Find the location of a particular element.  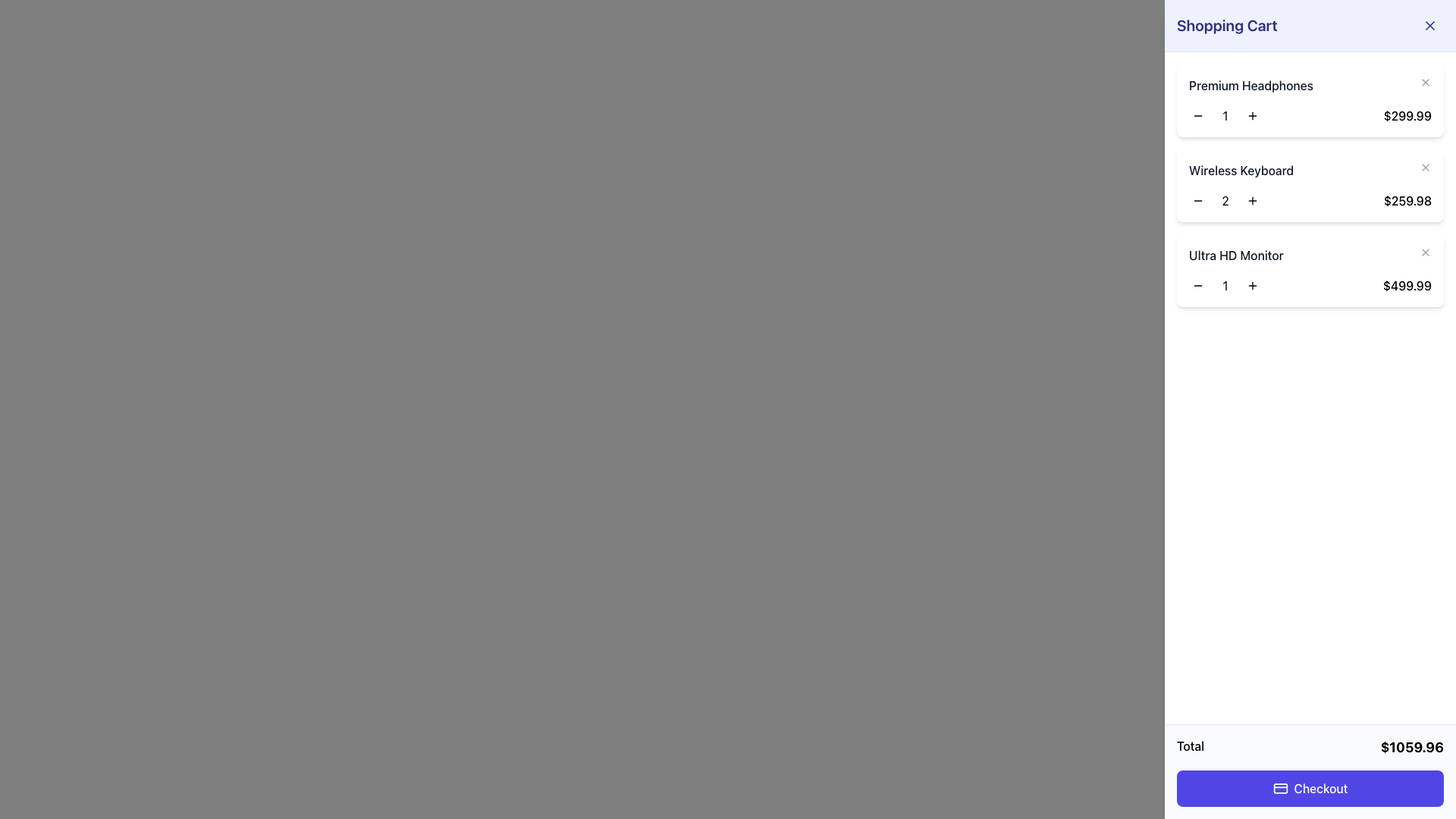

the circular button with a minus symbol ('-') in the 'Wireless Keyboard' product row of the shopping cart is located at coordinates (1197, 200).